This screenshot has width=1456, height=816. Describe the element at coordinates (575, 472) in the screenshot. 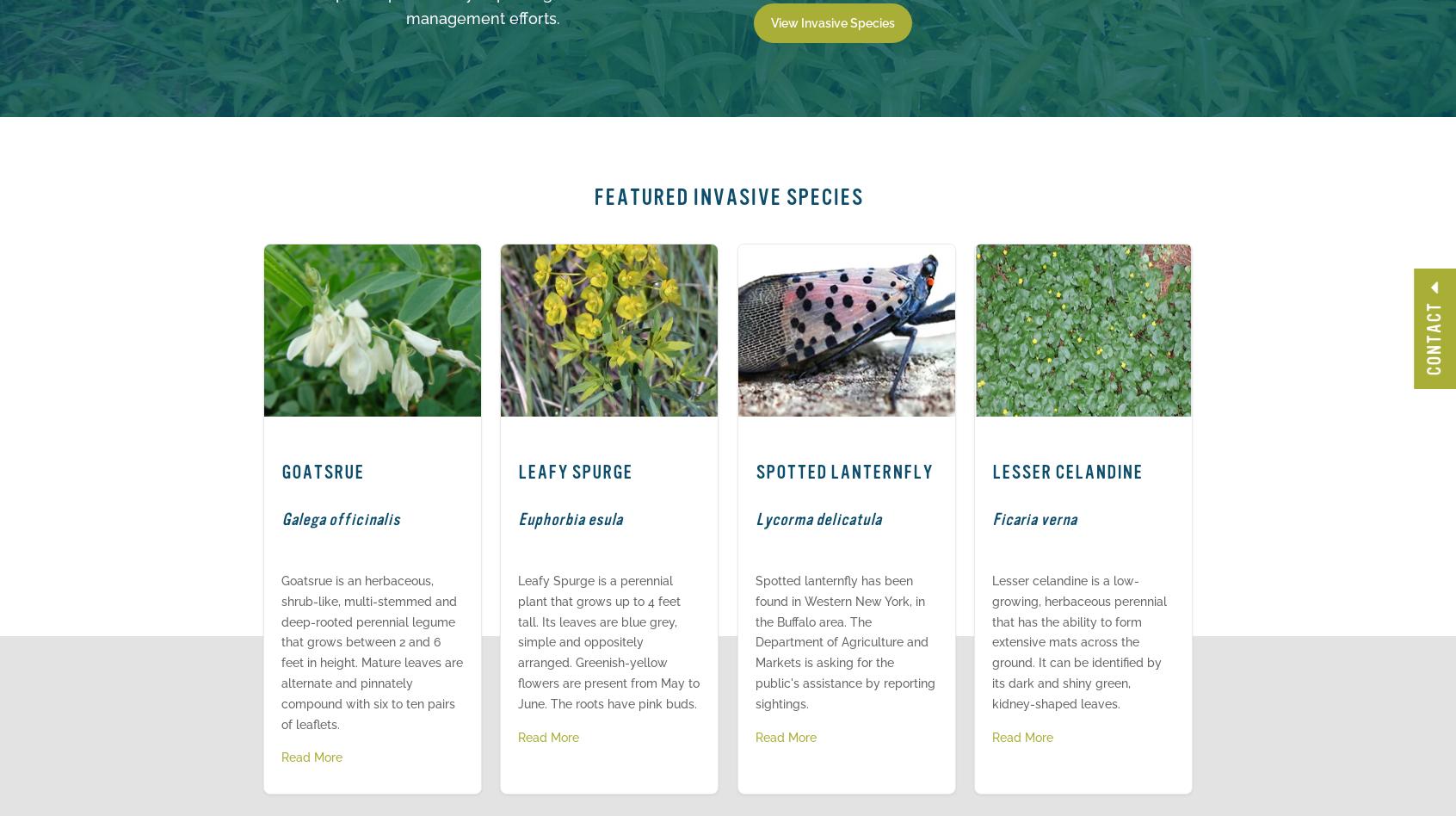

I see `'Leafy Spurge'` at that location.